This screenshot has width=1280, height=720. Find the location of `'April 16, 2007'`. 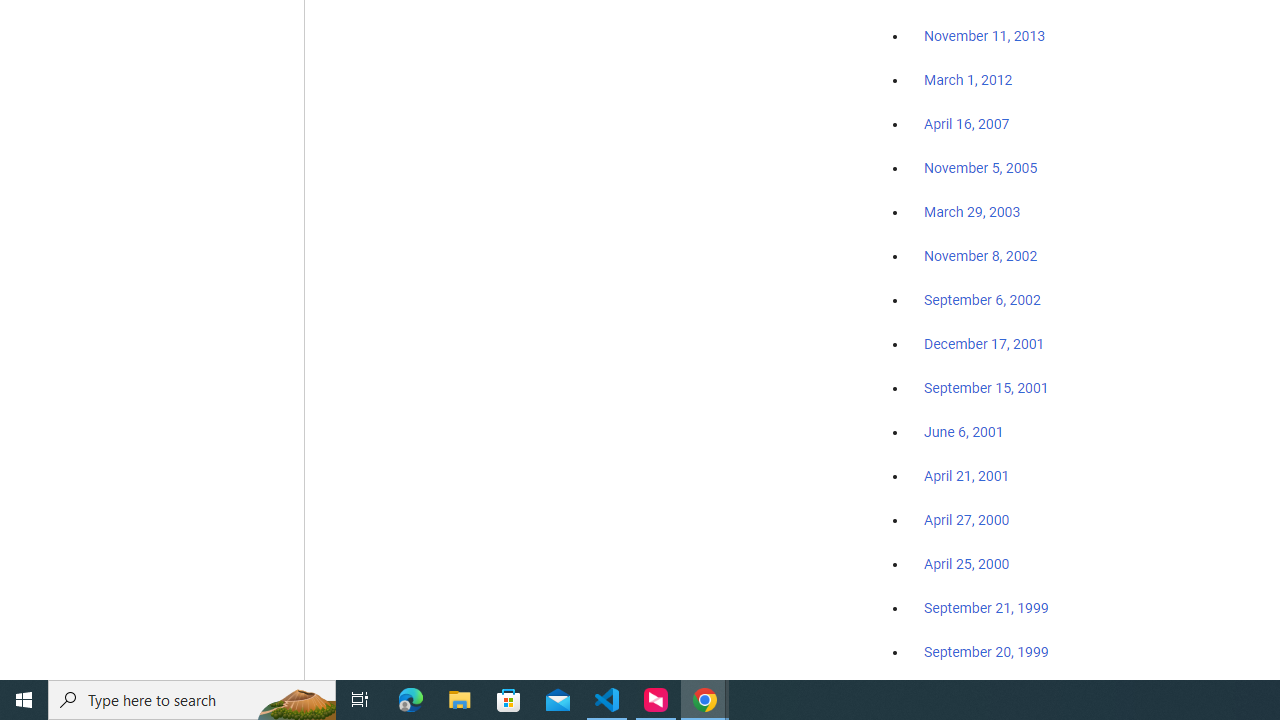

'April 16, 2007' is located at coordinates (967, 124).